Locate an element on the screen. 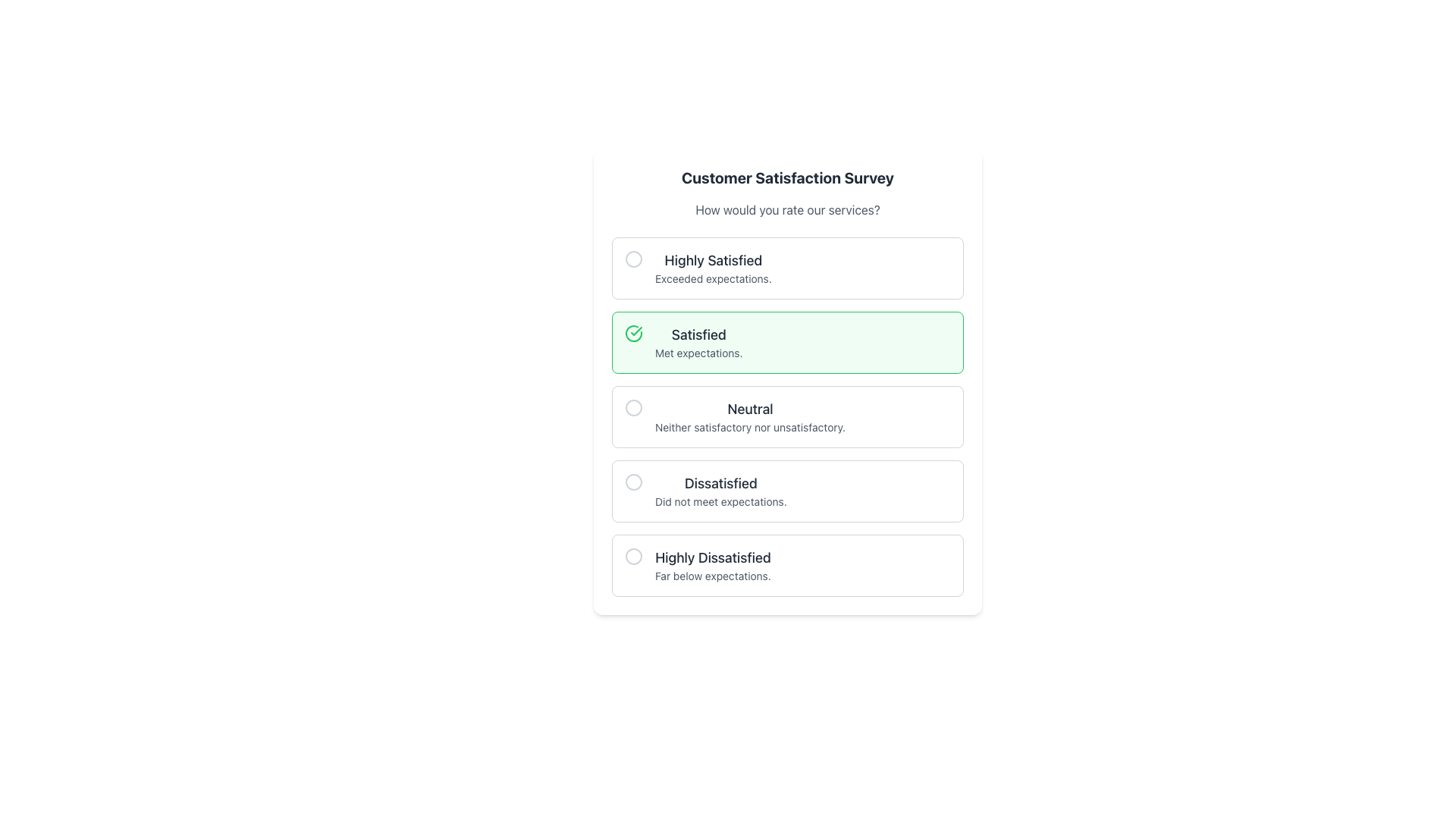  the medium-sized circular icon with a green stroke color and a checkmark inside, which is located to the left of the 'Satisfied' text in the survey interface is located at coordinates (633, 332).